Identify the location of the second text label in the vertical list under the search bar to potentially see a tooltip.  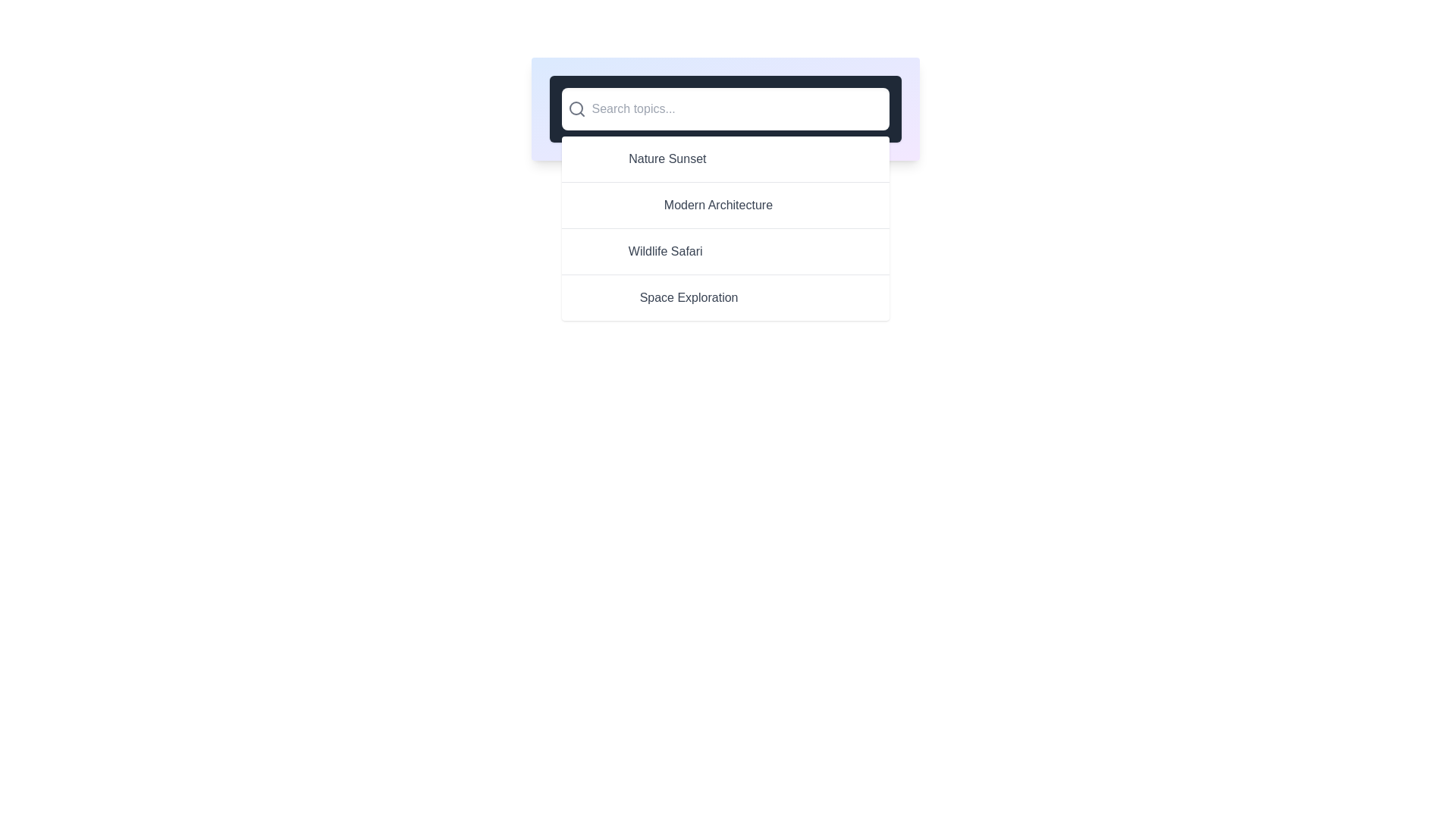
(717, 205).